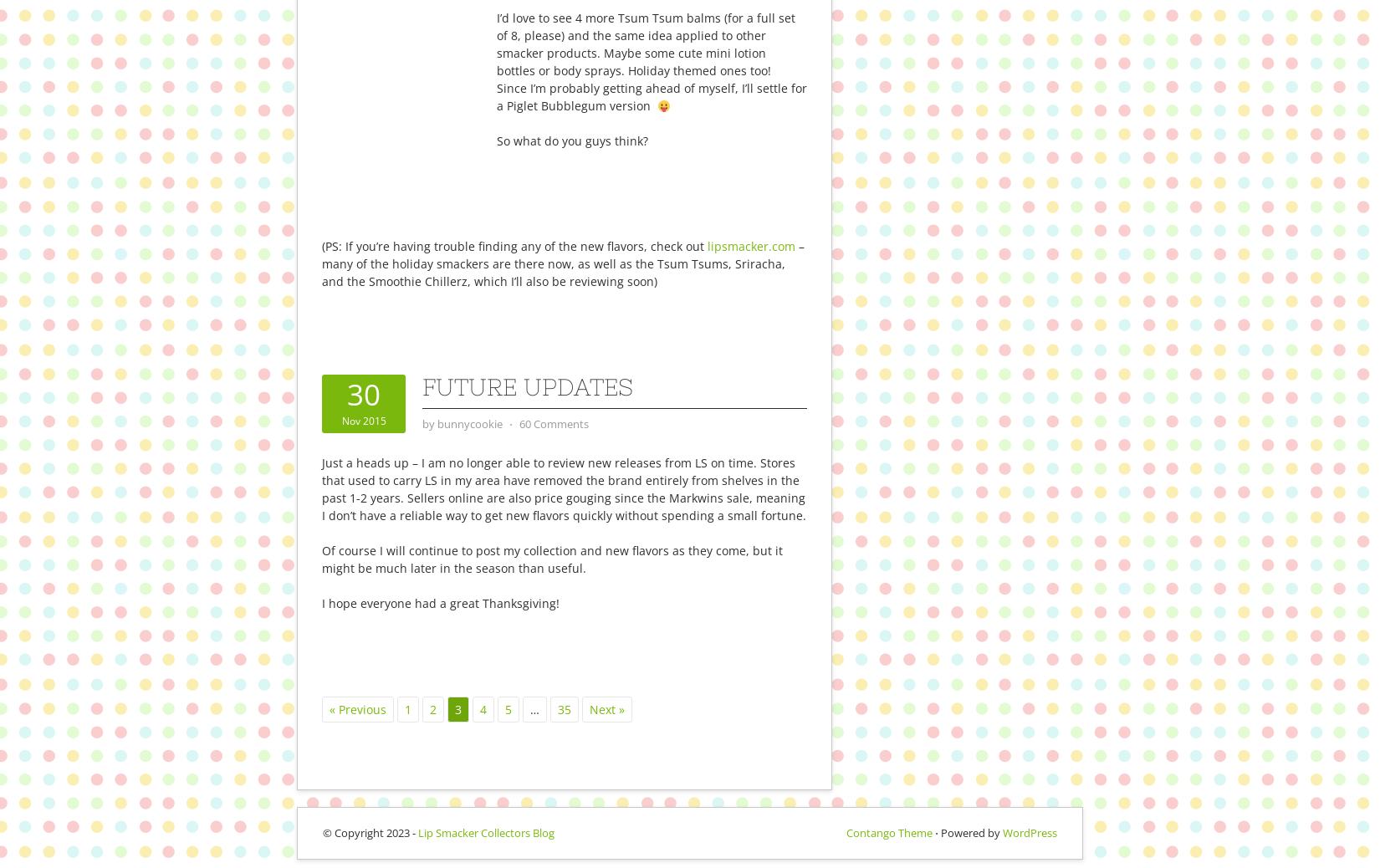  Describe the element at coordinates (651, 59) in the screenshot. I see `'I’d love to see 4 more Tsum Tsum balms (for a full set of 8, please) and the same idea applied to other smacker products. Maybe some cute mini lotion bottles or body sprays. Holiday themed ones too! Since I’m probably getting ahead of myself, I’ll settle for a Piglet Bubblegum version'` at that location.